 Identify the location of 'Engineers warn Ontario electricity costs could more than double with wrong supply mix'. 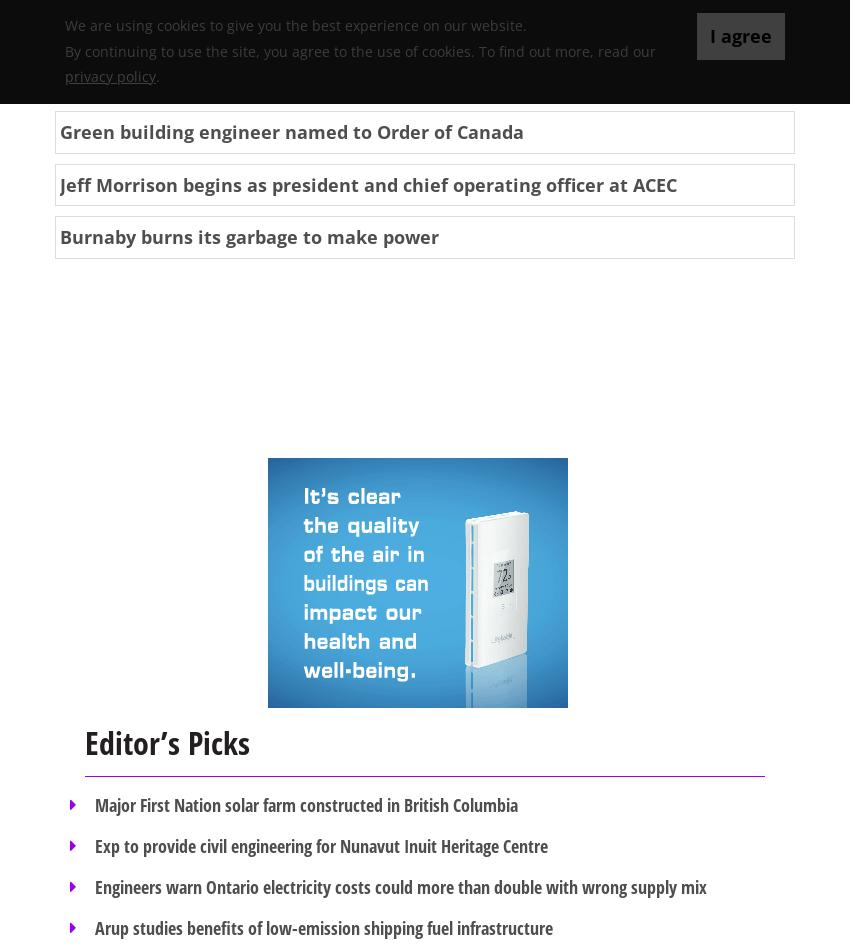
(399, 885).